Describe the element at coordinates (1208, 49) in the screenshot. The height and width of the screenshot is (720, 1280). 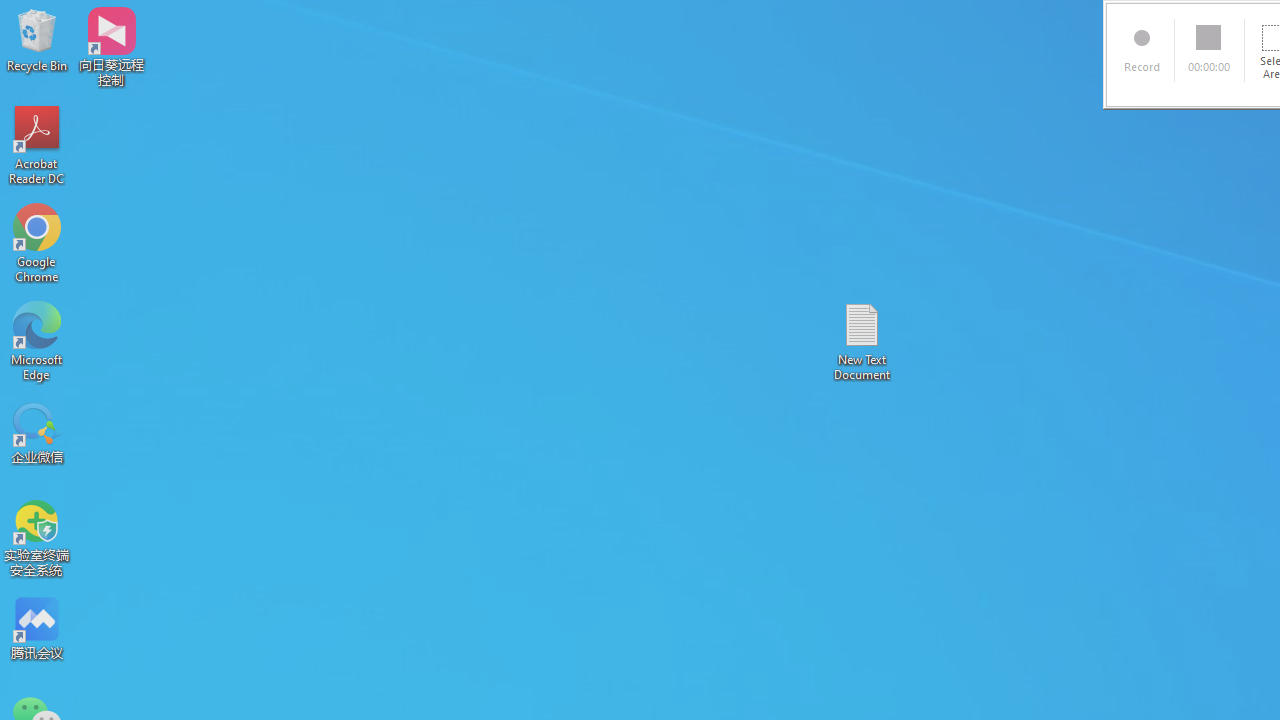
I see `'00:00:00'` at that location.